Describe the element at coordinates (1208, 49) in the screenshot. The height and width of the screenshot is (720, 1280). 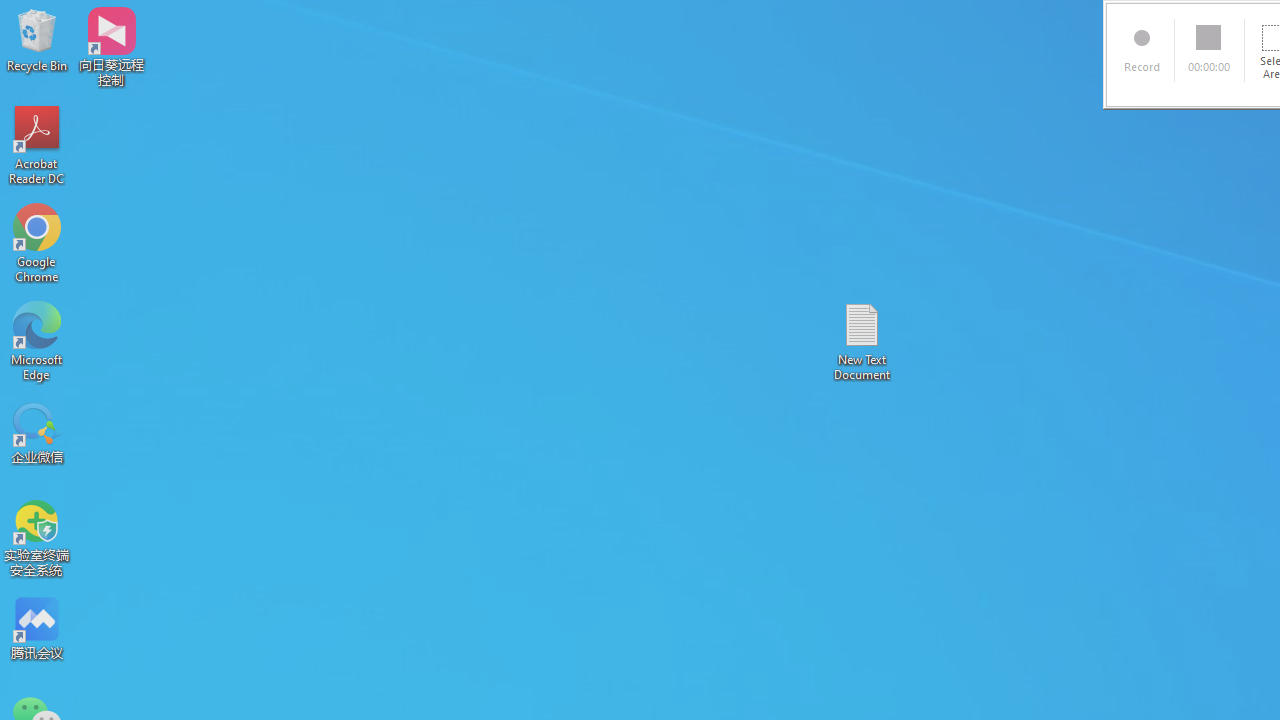
I see `'00:00:00'` at that location.